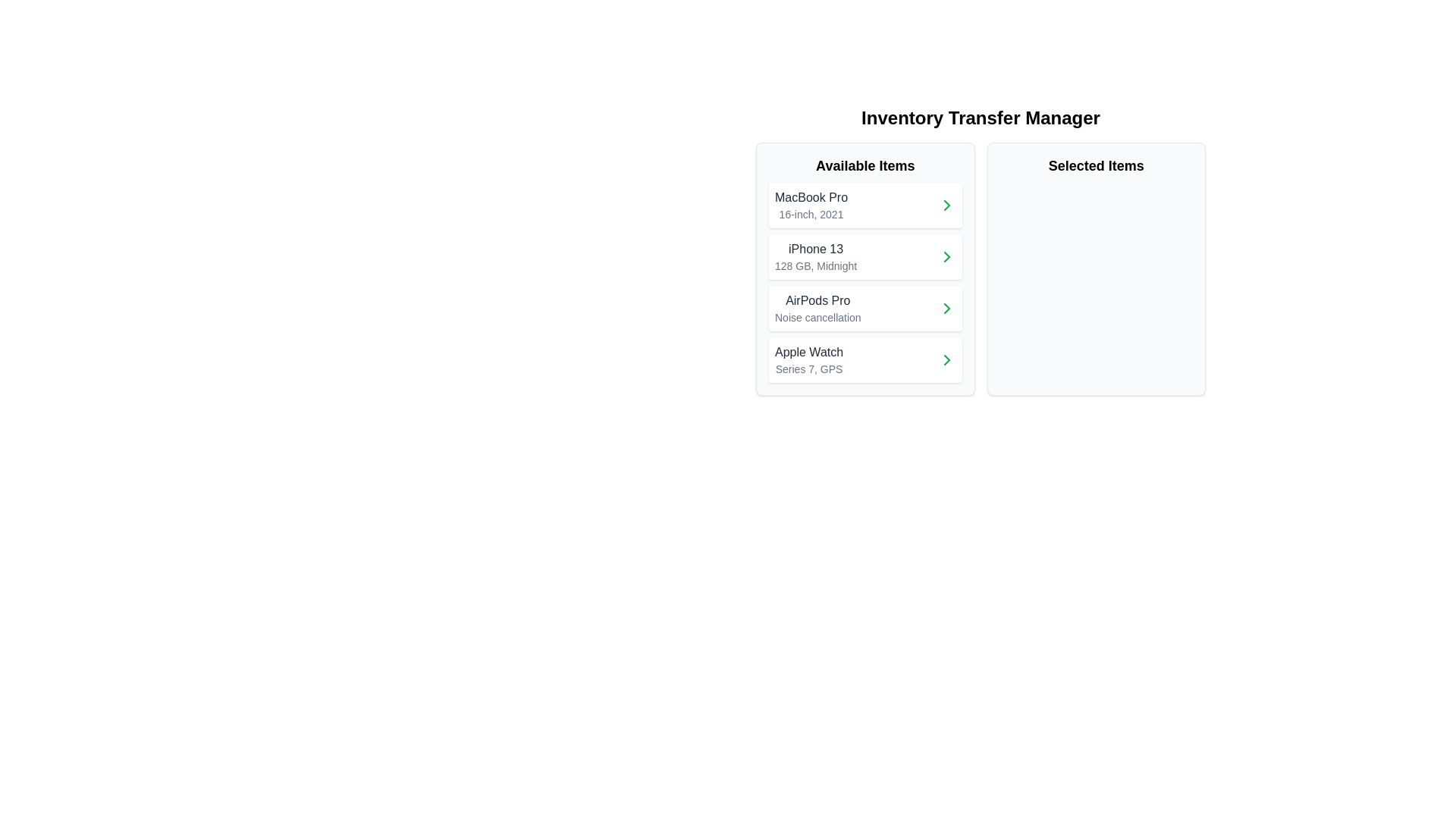 Image resolution: width=1456 pixels, height=819 pixels. What do you see at coordinates (946, 359) in the screenshot?
I see `the right-pointing chevron icon, which is green and located next to 'Apple Watch Series 7, GPS' in the 'Available Items' section` at bounding box center [946, 359].